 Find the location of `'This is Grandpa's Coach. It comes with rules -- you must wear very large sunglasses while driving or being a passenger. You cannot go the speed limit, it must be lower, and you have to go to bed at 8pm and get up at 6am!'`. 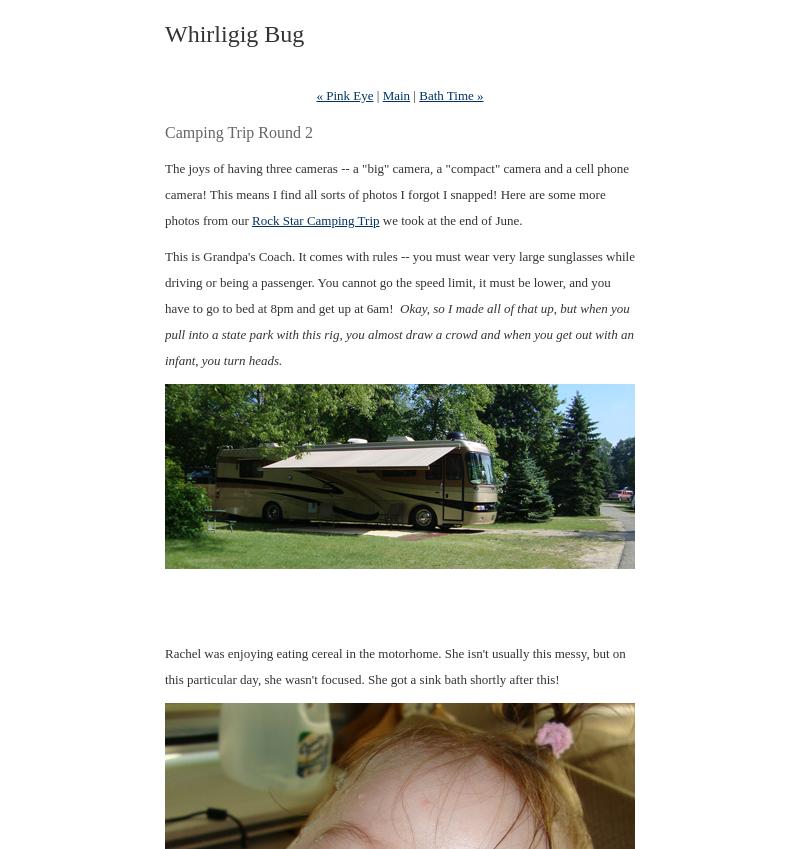

'This is Grandpa's Coach. It comes with rules -- you must wear very large sunglasses while driving or being a passenger. You cannot go the speed limit, it must be lower, and you have to go to bed at 8pm and get up at 6am!' is located at coordinates (164, 282).